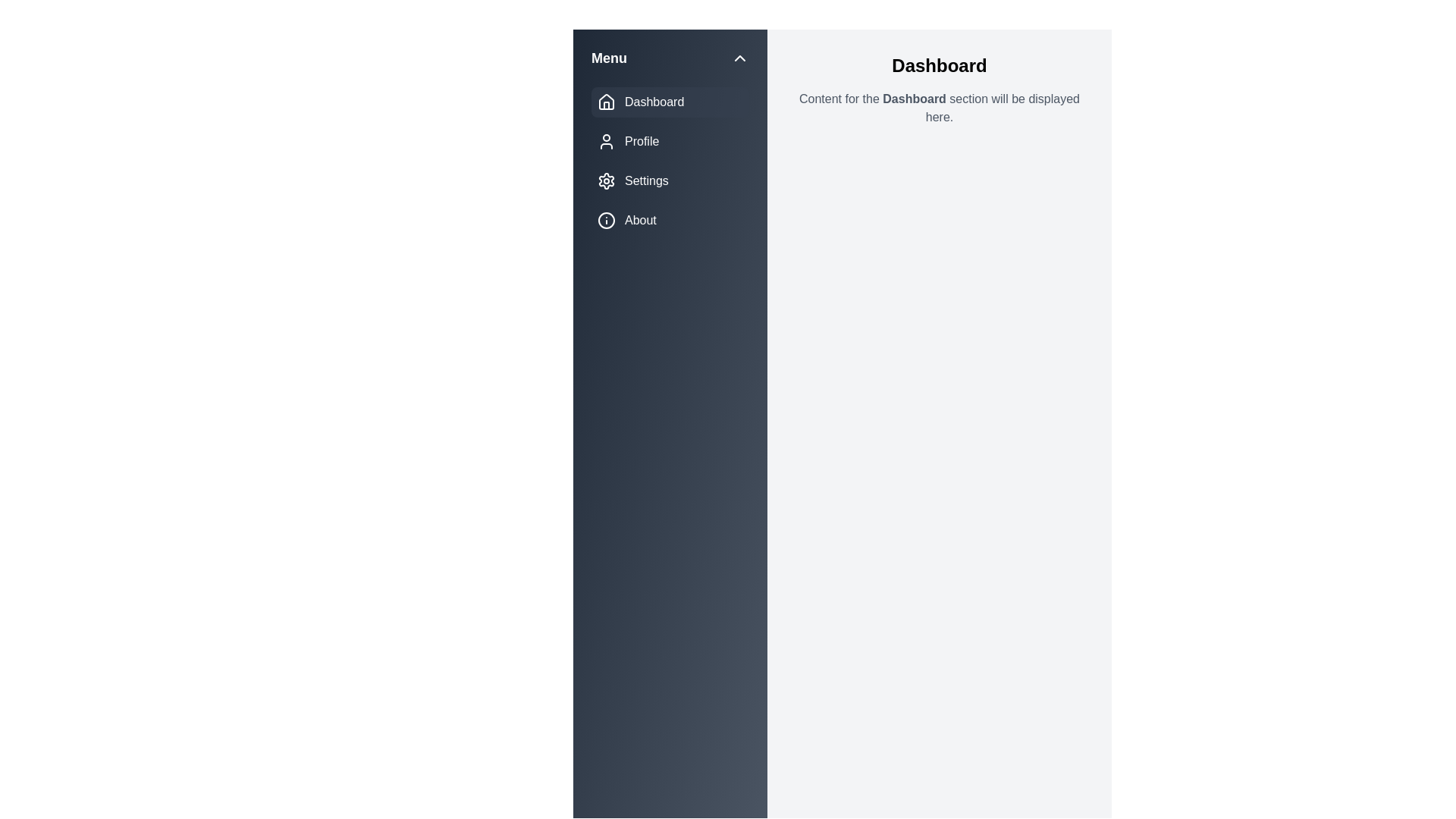 Image resolution: width=1456 pixels, height=819 pixels. Describe the element at coordinates (607, 180) in the screenshot. I see `the settings icon located in the main navigation sidebar, which is positioned next to the 'Settings' label, below 'Profile', and above 'About'` at that location.